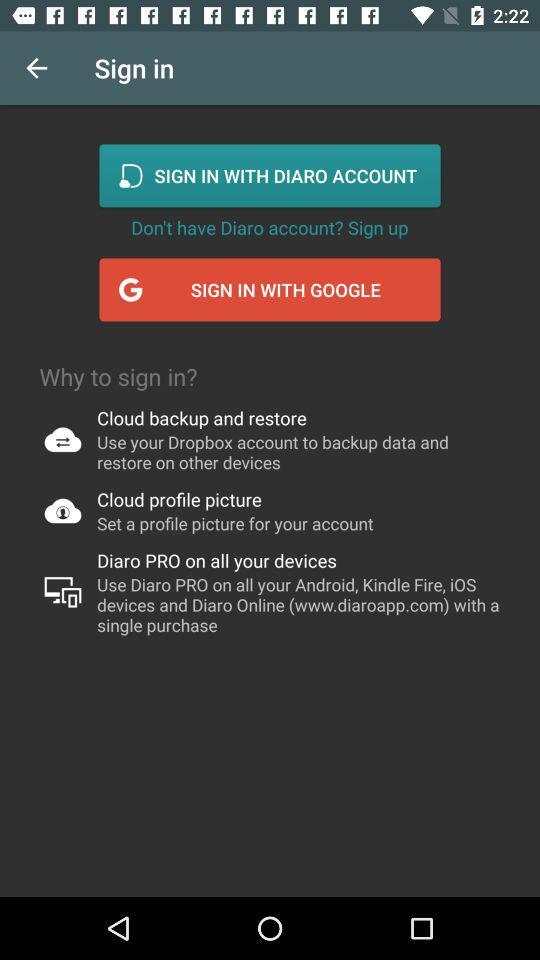 Image resolution: width=540 pixels, height=960 pixels. I want to click on the logo beside cloud, so click(63, 439).